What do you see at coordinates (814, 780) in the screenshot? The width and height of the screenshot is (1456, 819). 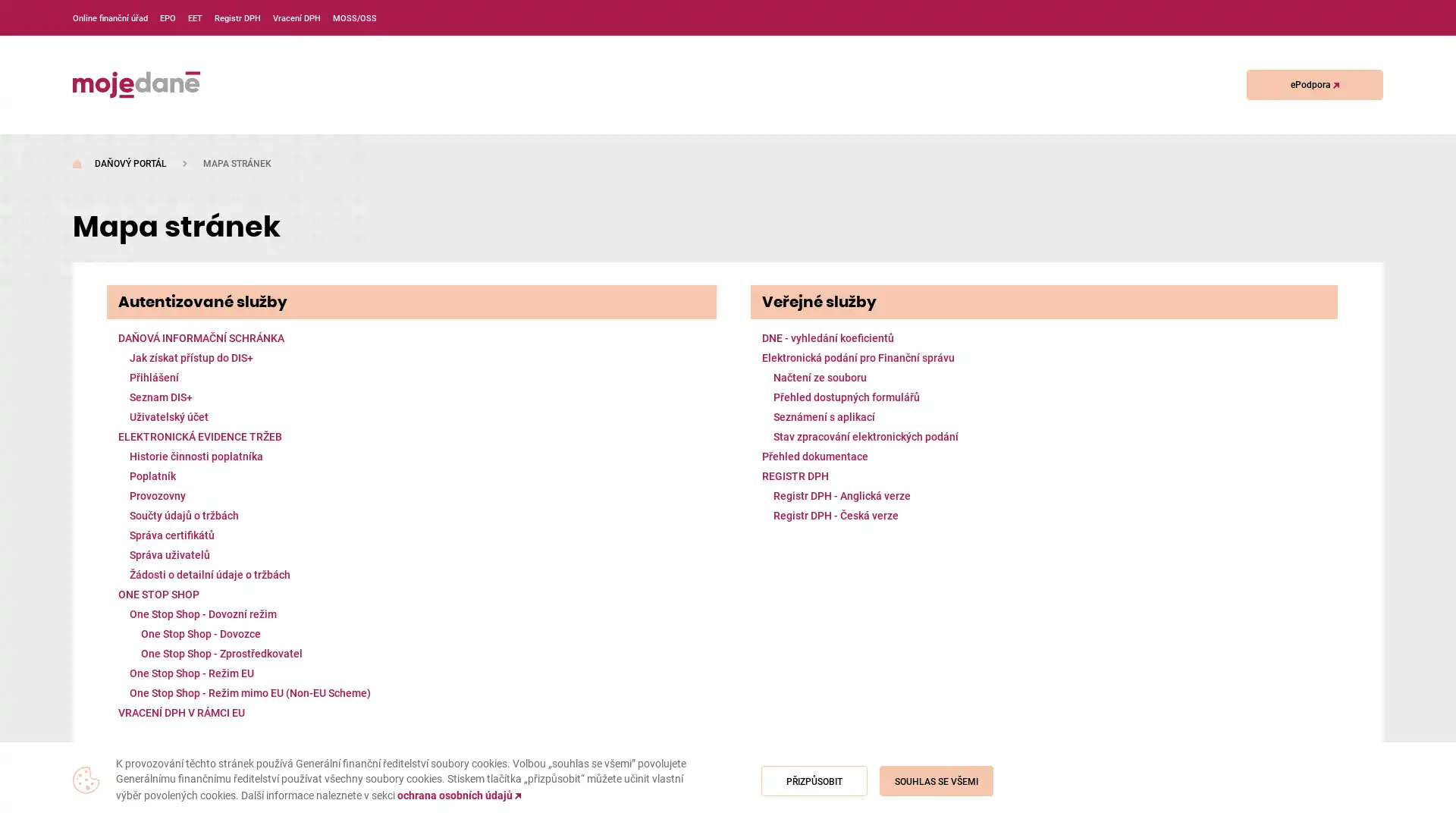 I see `PRIZPUSOBIT` at bounding box center [814, 780].